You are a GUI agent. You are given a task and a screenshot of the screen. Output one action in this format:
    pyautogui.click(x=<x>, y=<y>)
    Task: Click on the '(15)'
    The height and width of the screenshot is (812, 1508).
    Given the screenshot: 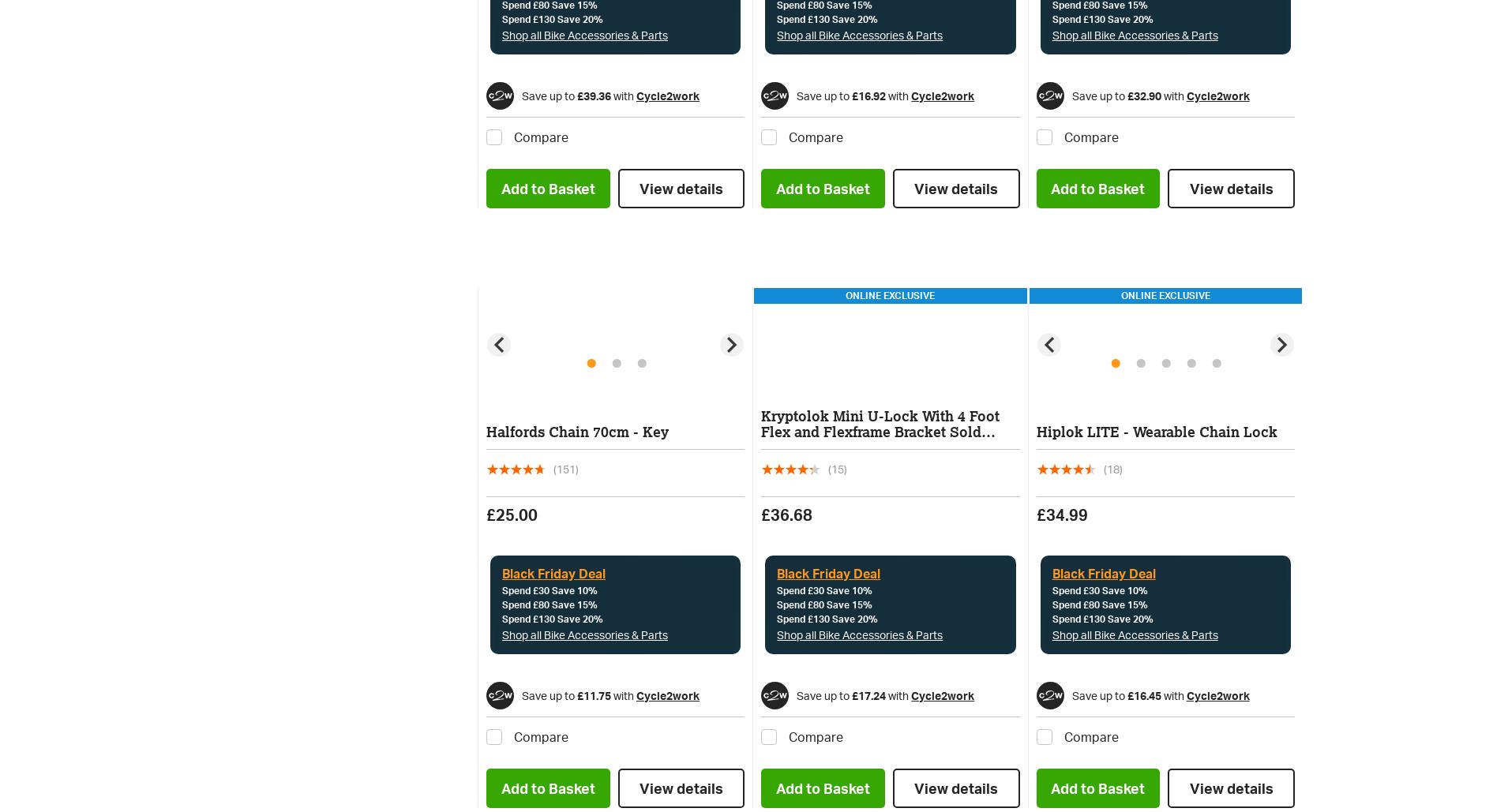 What is the action you would take?
    pyautogui.click(x=837, y=468)
    